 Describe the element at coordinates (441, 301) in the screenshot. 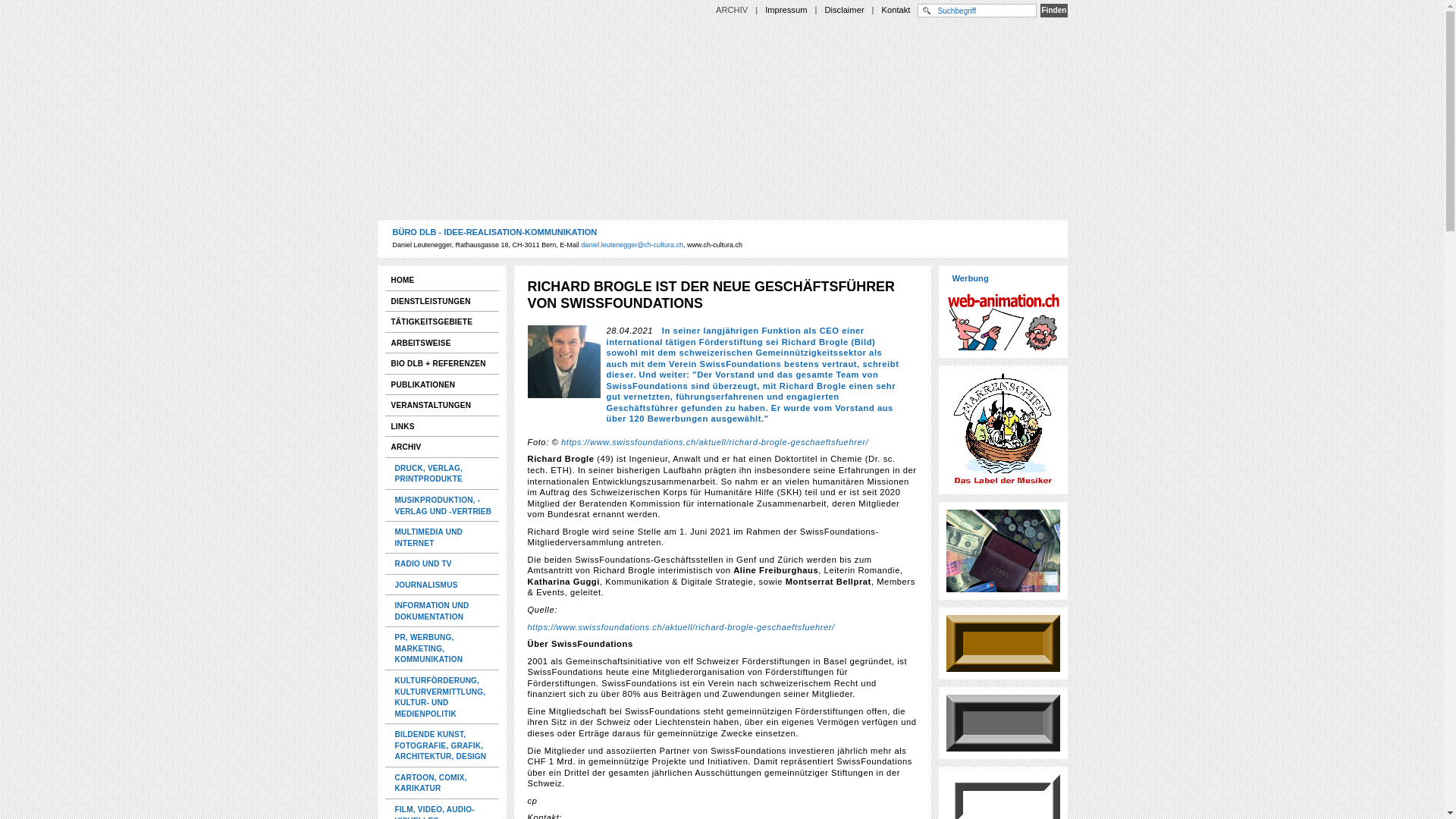

I see `'DIENSTLEISTUNGEN'` at that location.